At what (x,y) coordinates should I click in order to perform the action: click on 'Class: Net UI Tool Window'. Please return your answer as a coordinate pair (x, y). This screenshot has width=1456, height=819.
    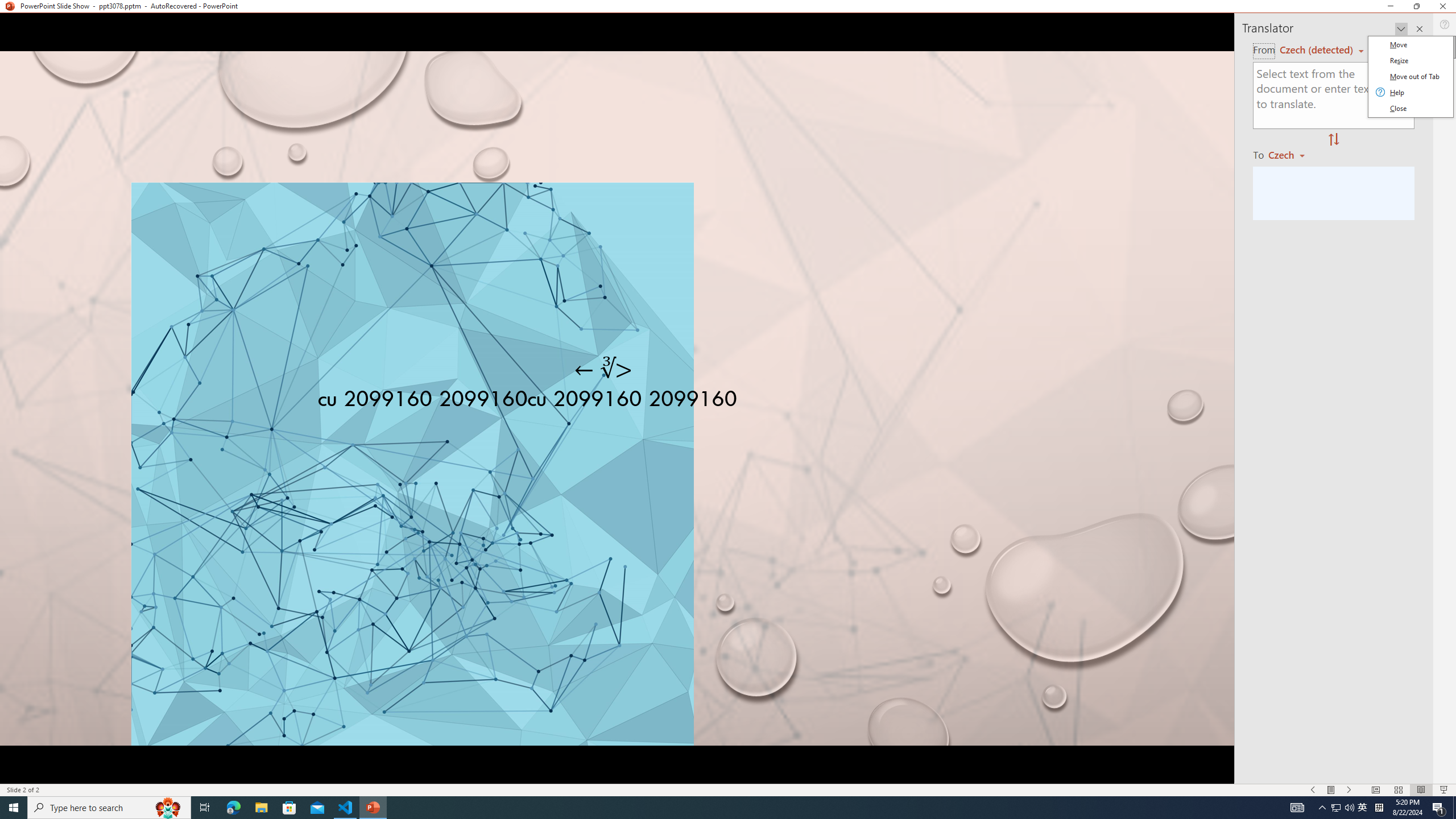
    Looking at the image, I should click on (1409, 76).